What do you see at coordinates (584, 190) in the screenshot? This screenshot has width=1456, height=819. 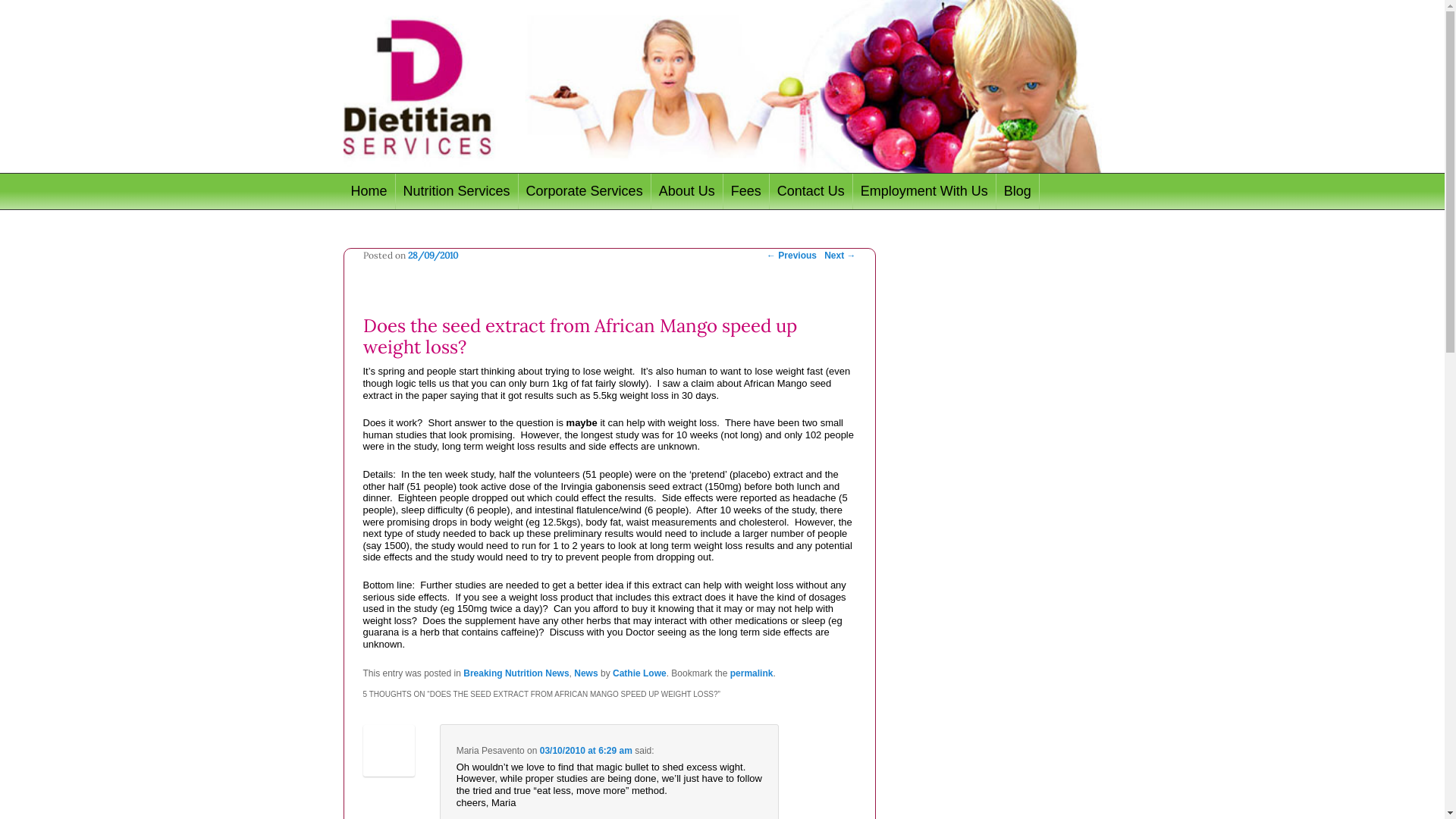 I see `'Corporate Services'` at bounding box center [584, 190].